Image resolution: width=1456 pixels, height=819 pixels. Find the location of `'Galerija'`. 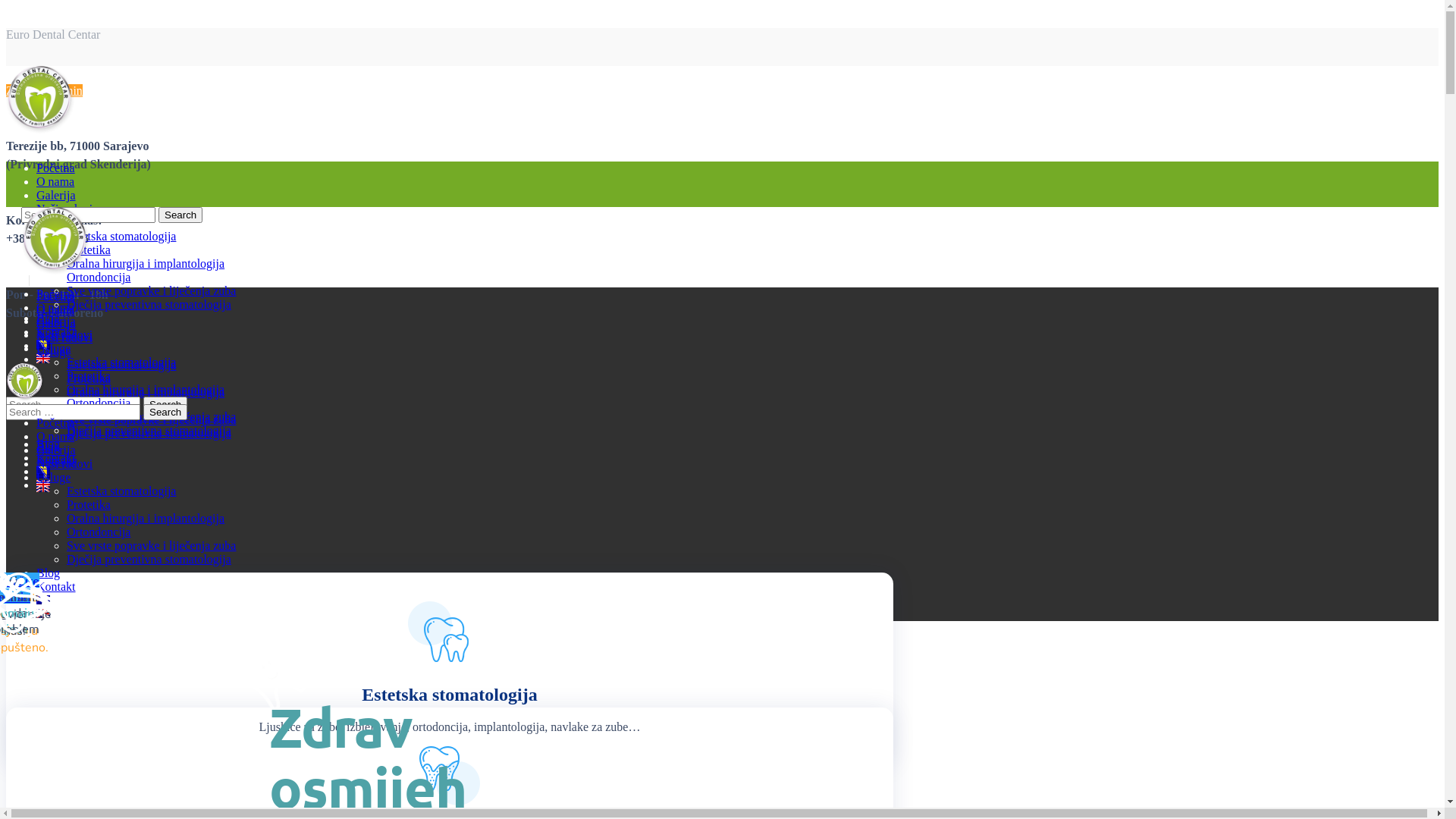

'Galerija' is located at coordinates (55, 449).